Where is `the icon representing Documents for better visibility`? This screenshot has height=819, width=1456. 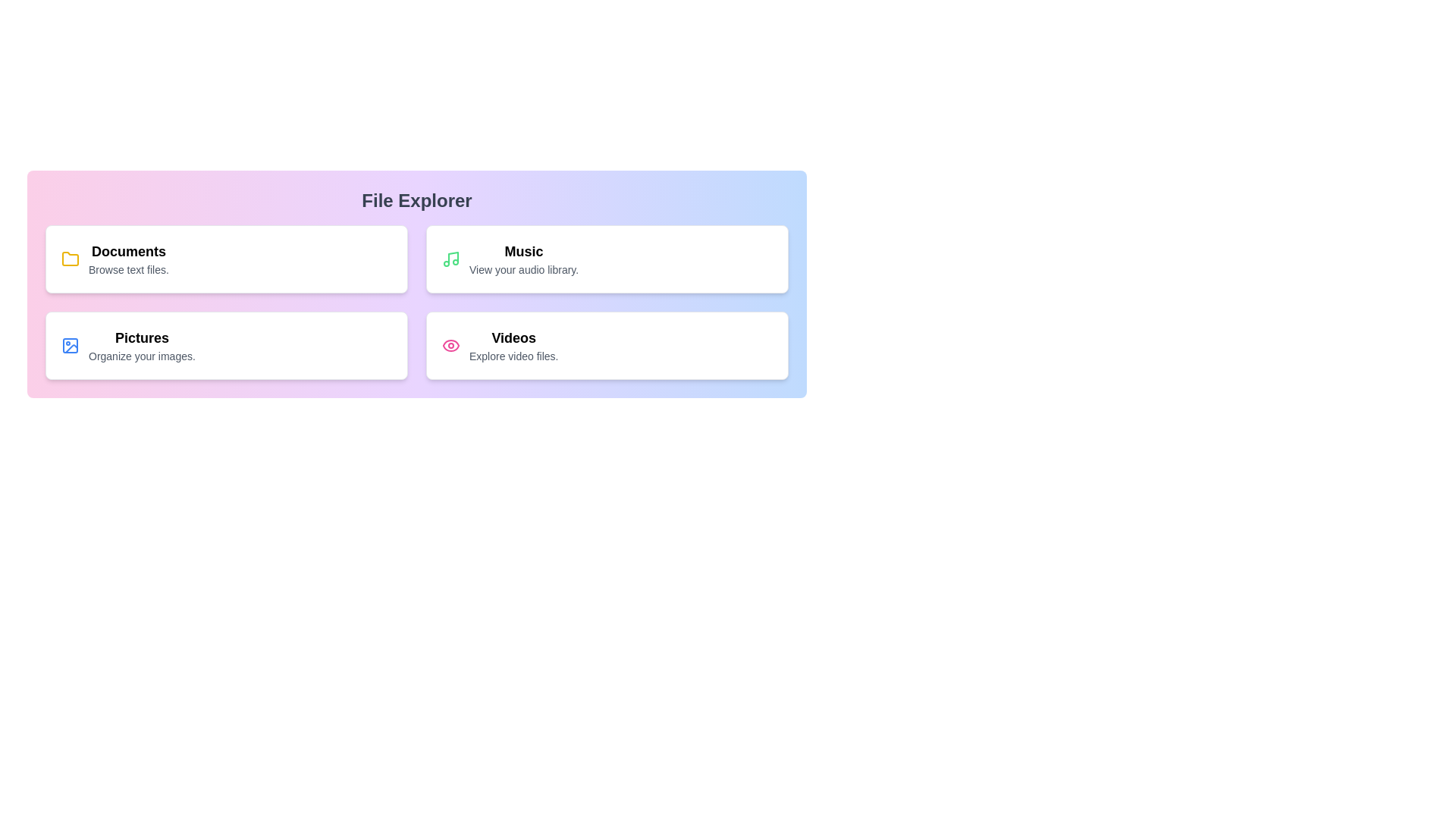
the icon representing Documents for better visibility is located at coordinates (69, 259).